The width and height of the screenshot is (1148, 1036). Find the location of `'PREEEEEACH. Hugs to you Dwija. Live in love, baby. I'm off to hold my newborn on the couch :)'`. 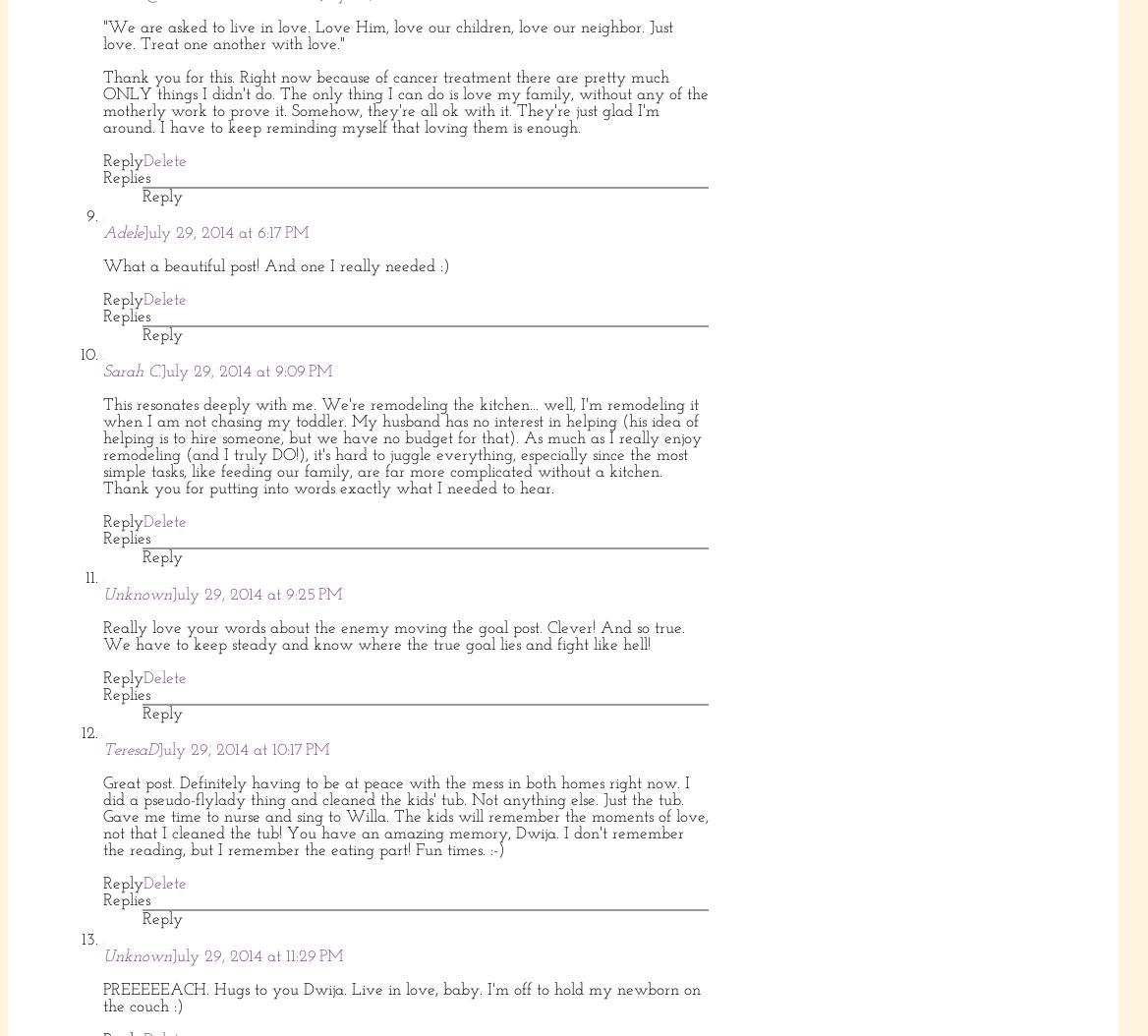

'PREEEEEACH. Hugs to you Dwija. Live in love, baby. I'm off to hold my newborn on the couch :)' is located at coordinates (401, 997).